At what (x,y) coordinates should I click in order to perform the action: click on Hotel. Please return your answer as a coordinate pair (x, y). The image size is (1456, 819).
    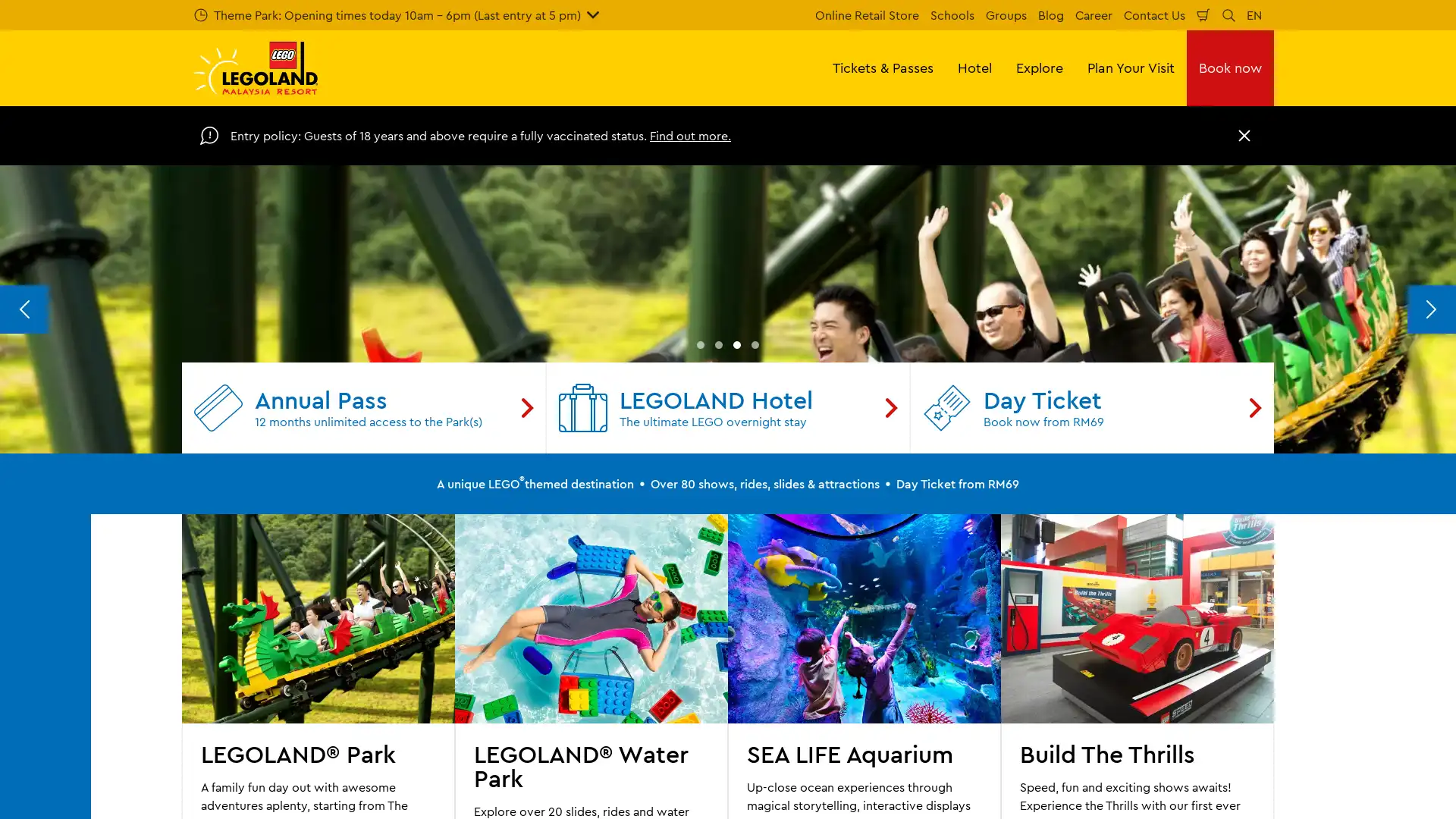
    Looking at the image, I should click on (974, 67).